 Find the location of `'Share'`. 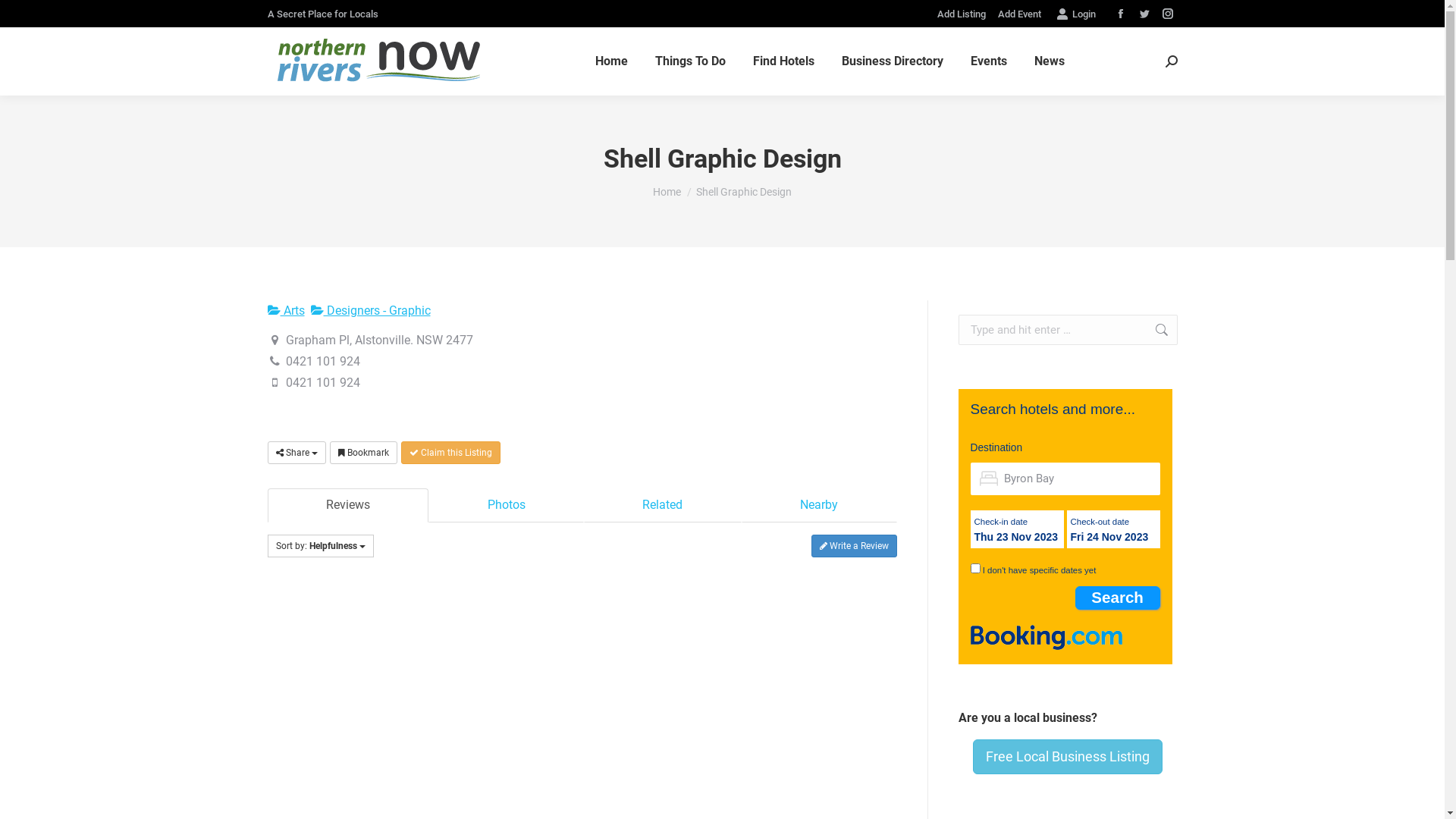

'Share' is located at coordinates (296, 452).